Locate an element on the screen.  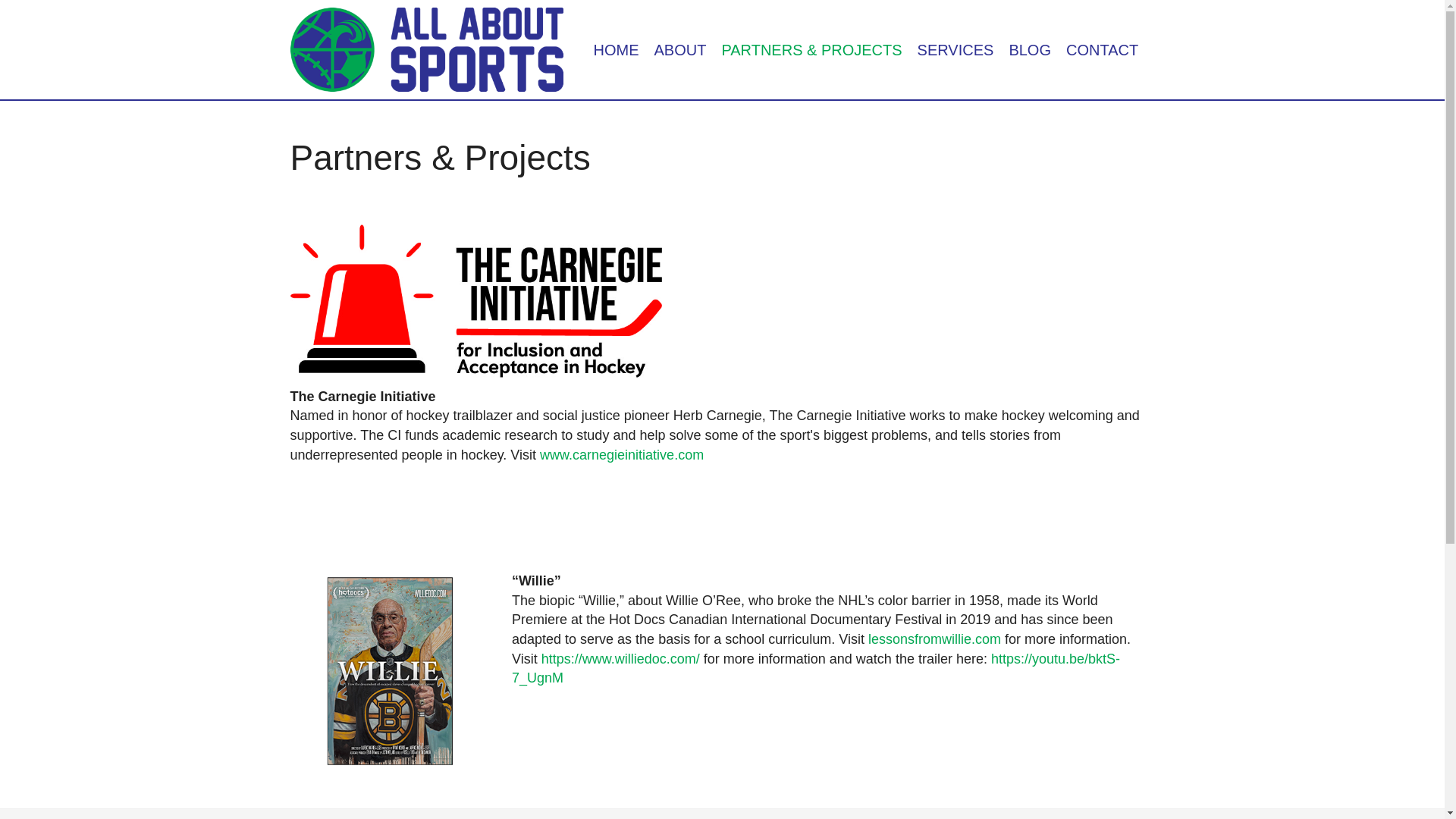
'CONTACT' is located at coordinates (1102, 49).